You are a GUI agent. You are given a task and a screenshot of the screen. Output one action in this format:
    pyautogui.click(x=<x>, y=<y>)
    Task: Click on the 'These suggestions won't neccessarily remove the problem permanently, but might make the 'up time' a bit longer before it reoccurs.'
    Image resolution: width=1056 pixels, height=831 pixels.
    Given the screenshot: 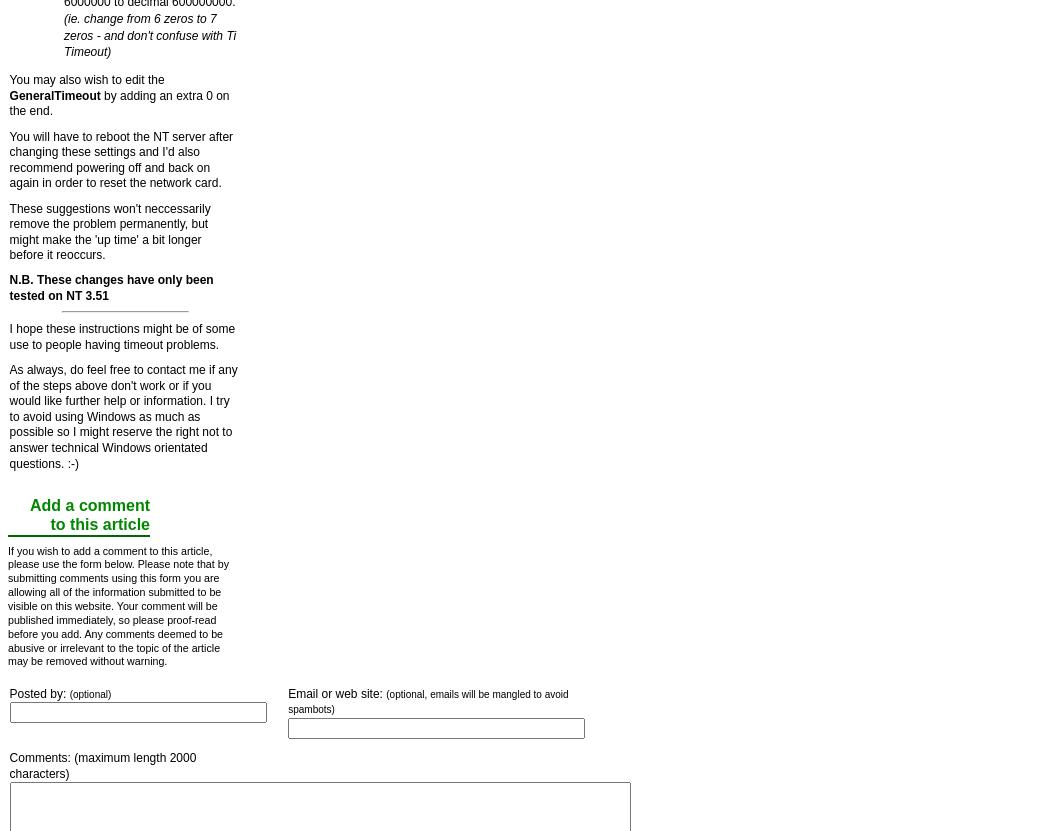 What is the action you would take?
    pyautogui.click(x=108, y=231)
    